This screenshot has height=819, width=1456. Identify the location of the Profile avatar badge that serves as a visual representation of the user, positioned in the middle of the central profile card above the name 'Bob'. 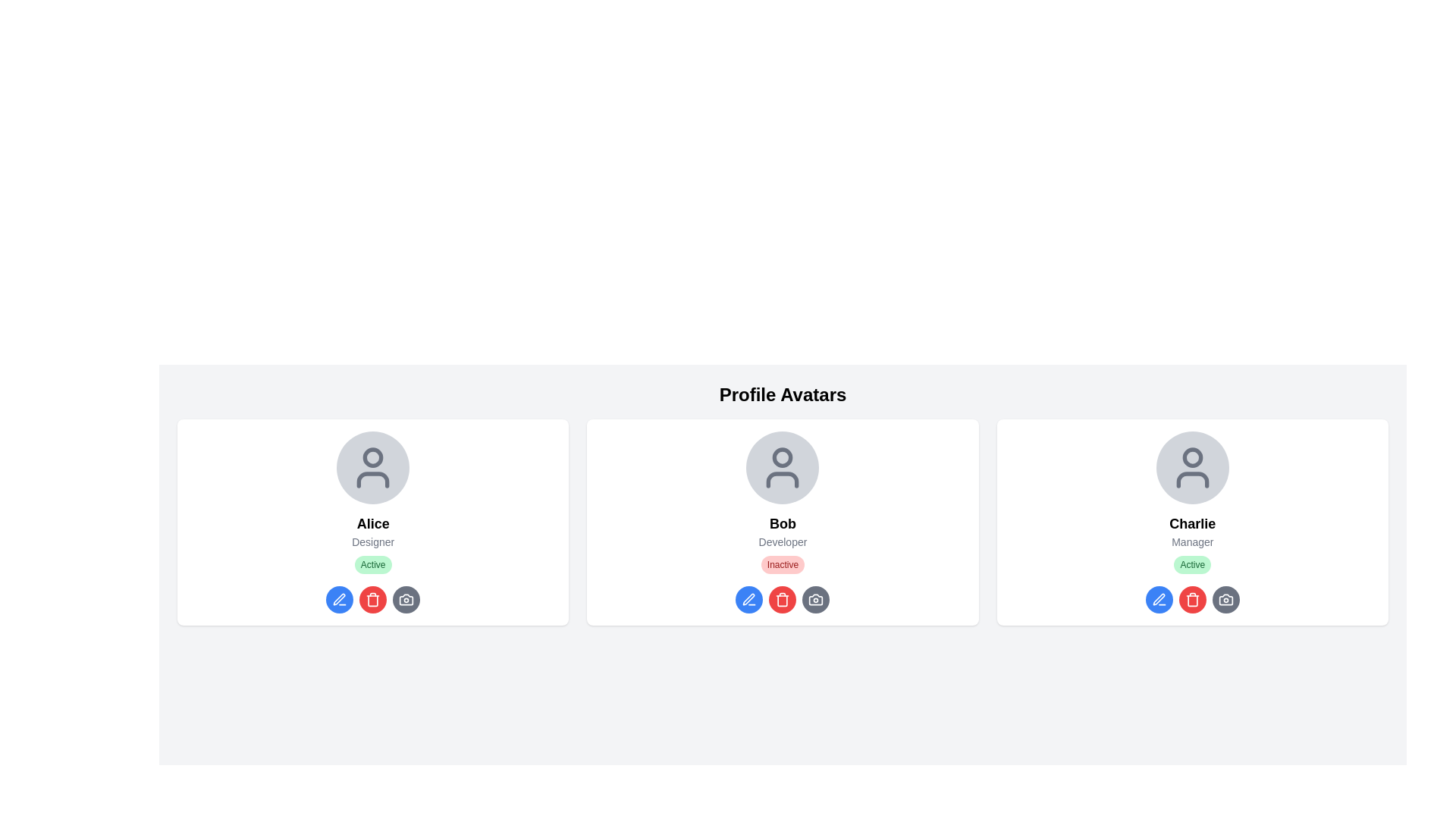
(783, 467).